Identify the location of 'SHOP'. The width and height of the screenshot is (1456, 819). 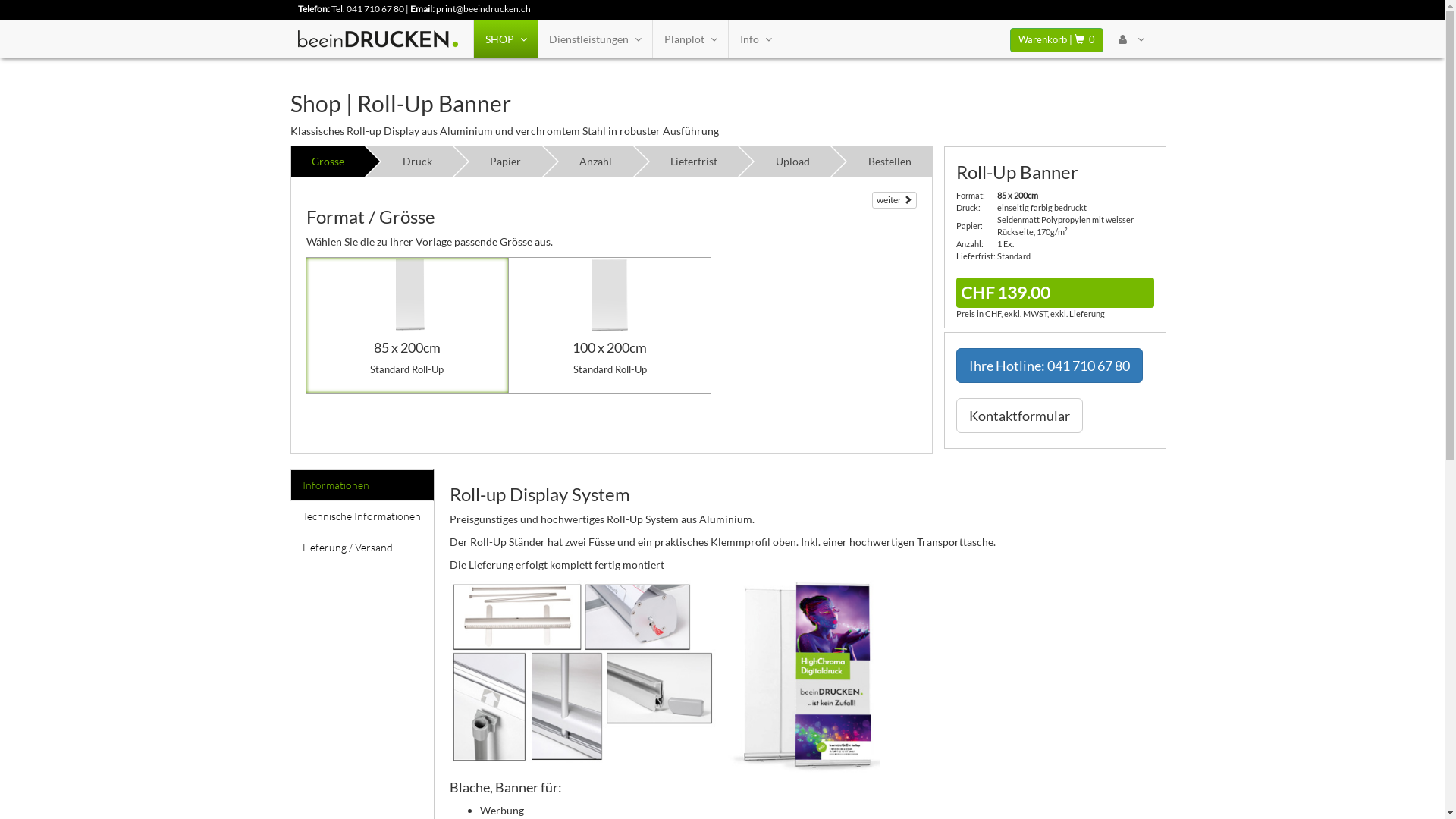
(505, 38).